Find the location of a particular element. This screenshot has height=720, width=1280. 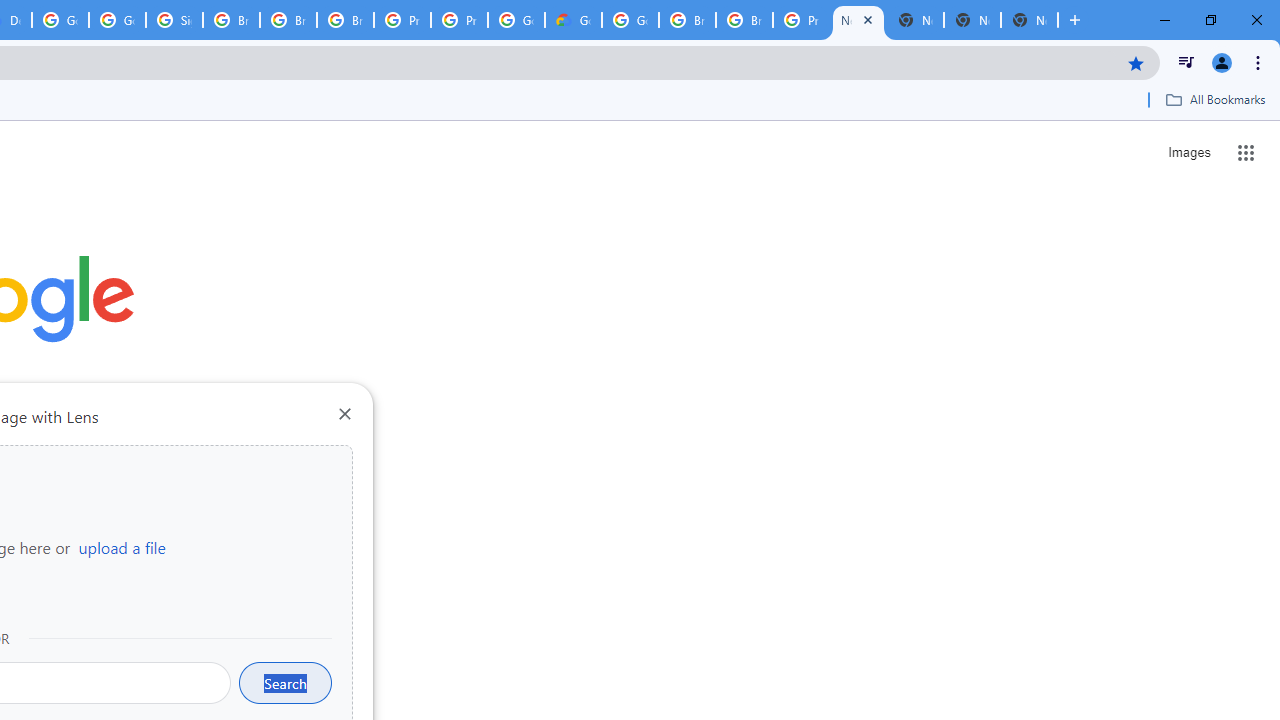

'New Tab' is located at coordinates (1029, 20).